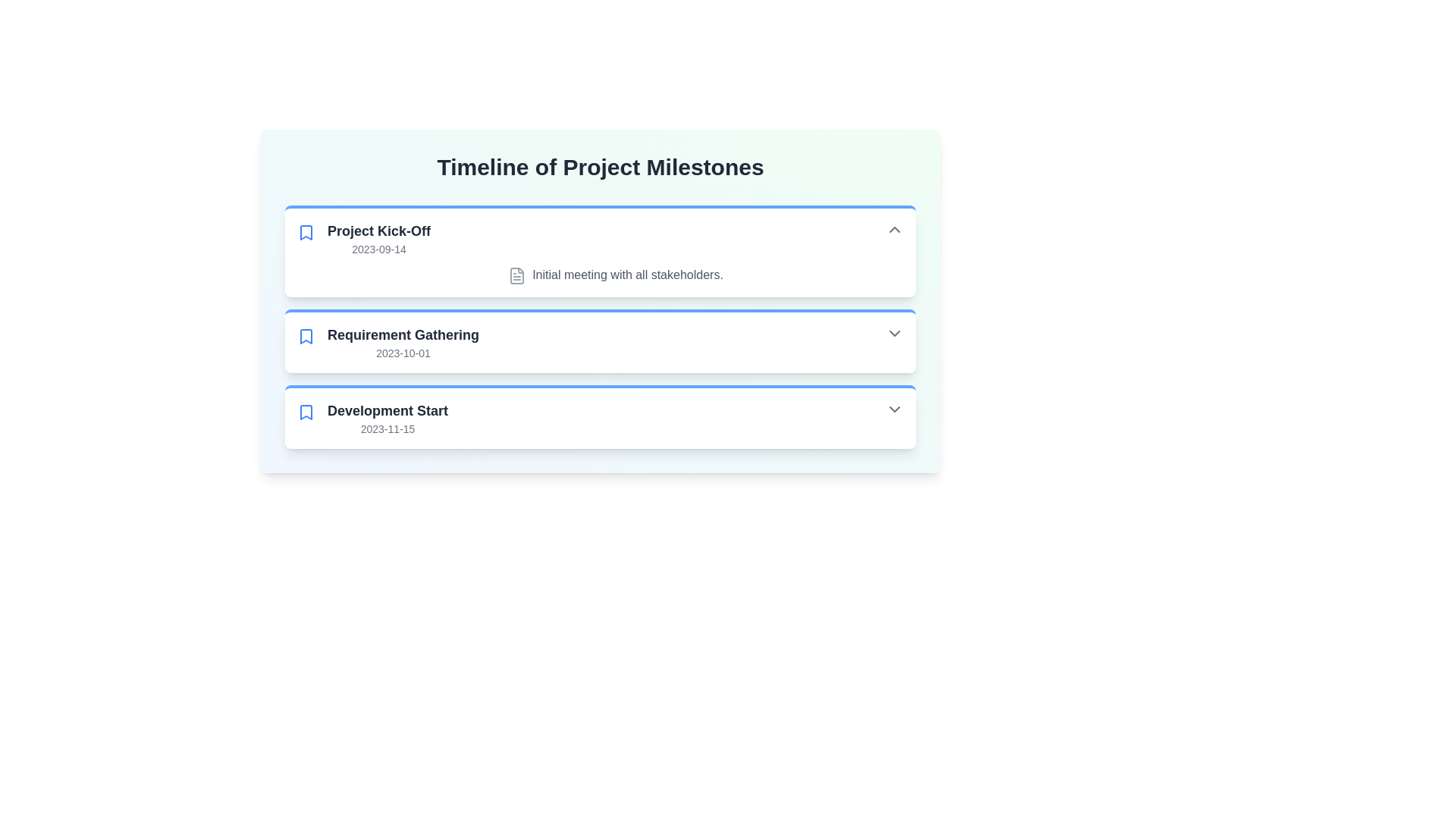  Describe the element at coordinates (516, 275) in the screenshot. I see `the icon adjacent to the text 'Initial meeting with all stakeholders.'` at that location.